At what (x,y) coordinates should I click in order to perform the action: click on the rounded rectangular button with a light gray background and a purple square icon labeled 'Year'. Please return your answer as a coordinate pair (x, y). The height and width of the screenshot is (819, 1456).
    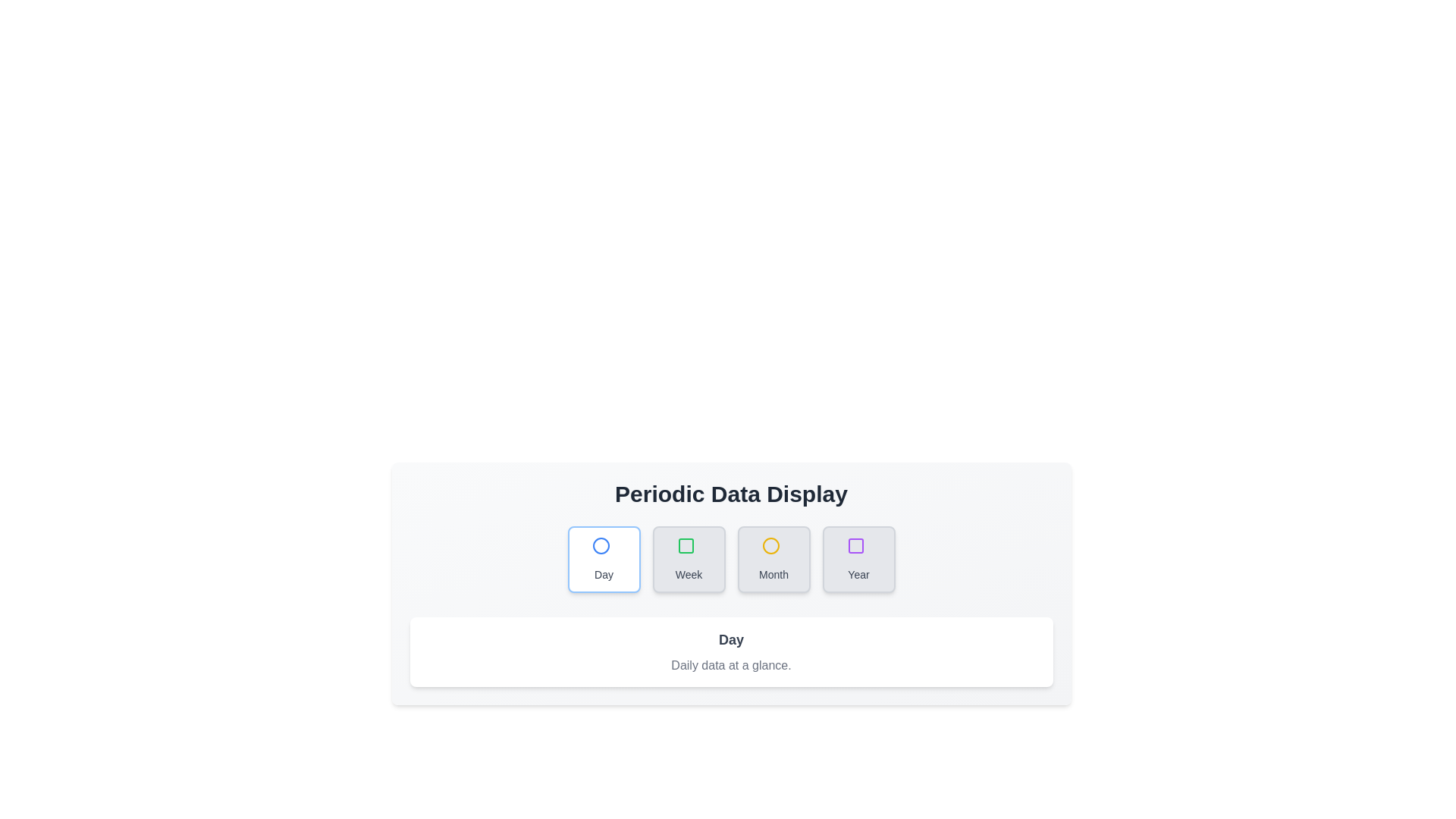
    Looking at the image, I should click on (858, 559).